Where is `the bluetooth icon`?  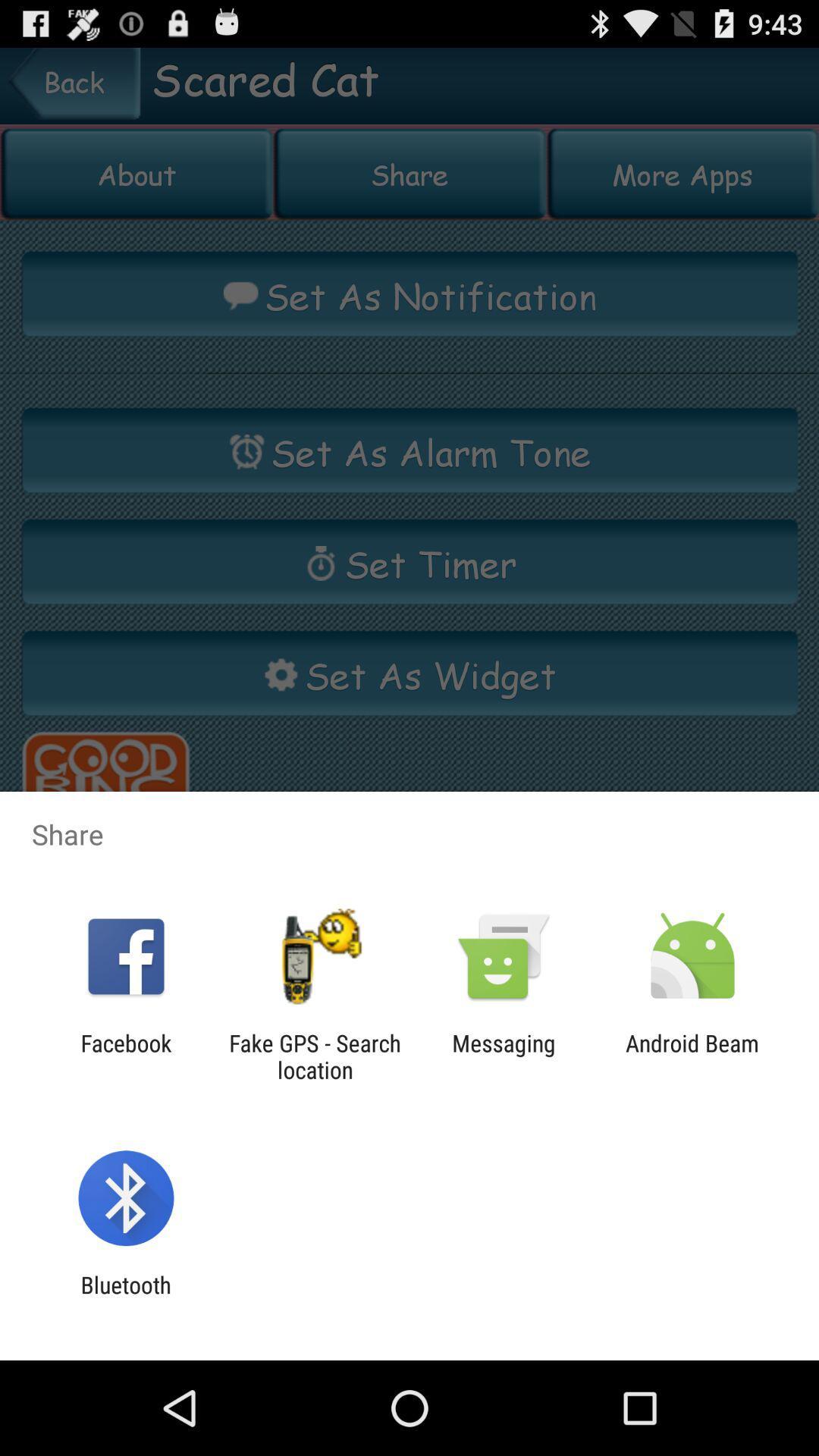
the bluetooth icon is located at coordinates (125, 1298).